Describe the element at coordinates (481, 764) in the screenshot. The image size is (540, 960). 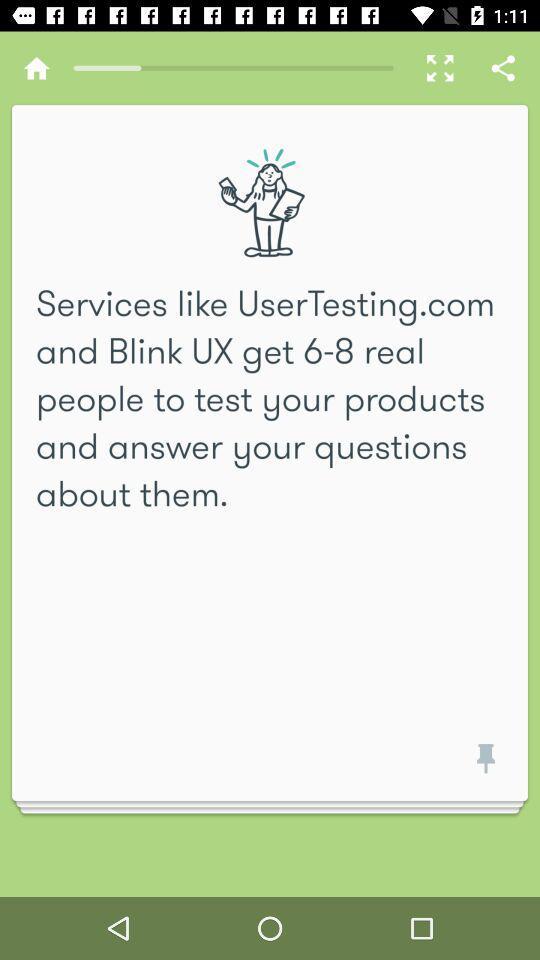
I see `pin button` at that location.